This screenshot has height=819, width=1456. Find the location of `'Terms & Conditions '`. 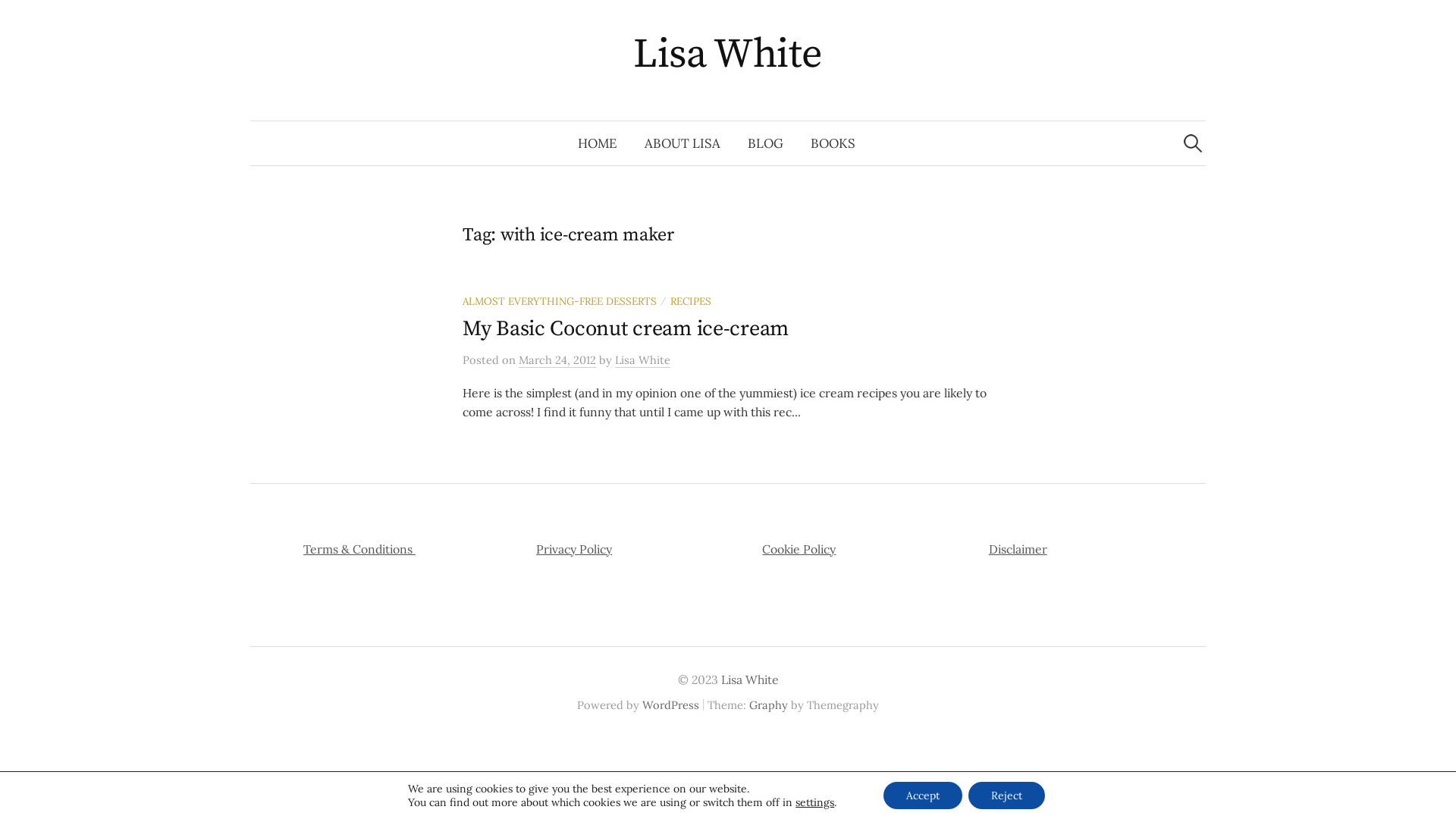

'Terms & Conditions ' is located at coordinates (359, 549).